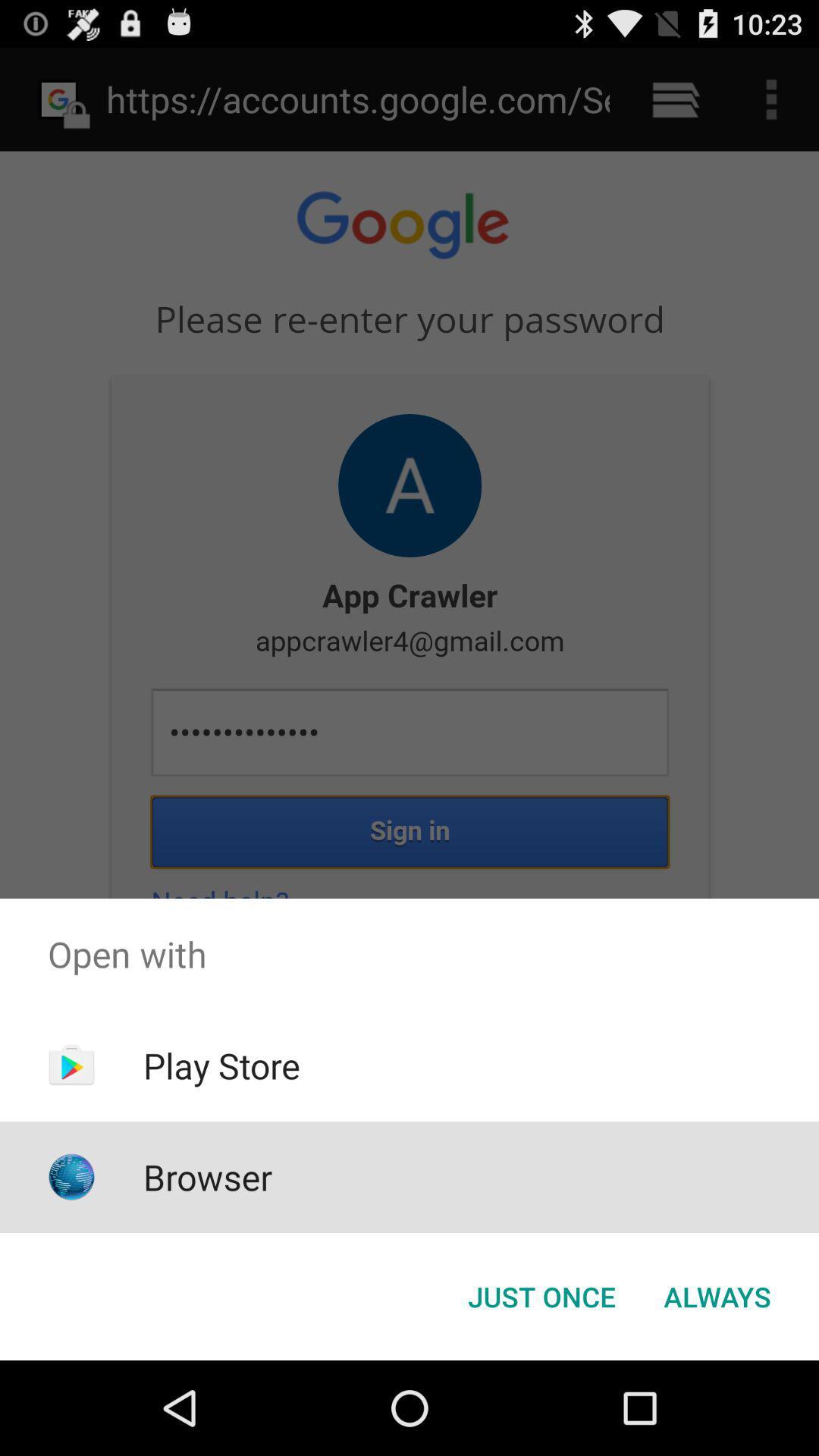  What do you see at coordinates (717, 1295) in the screenshot?
I see `icon next to the just once icon` at bounding box center [717, 1295].